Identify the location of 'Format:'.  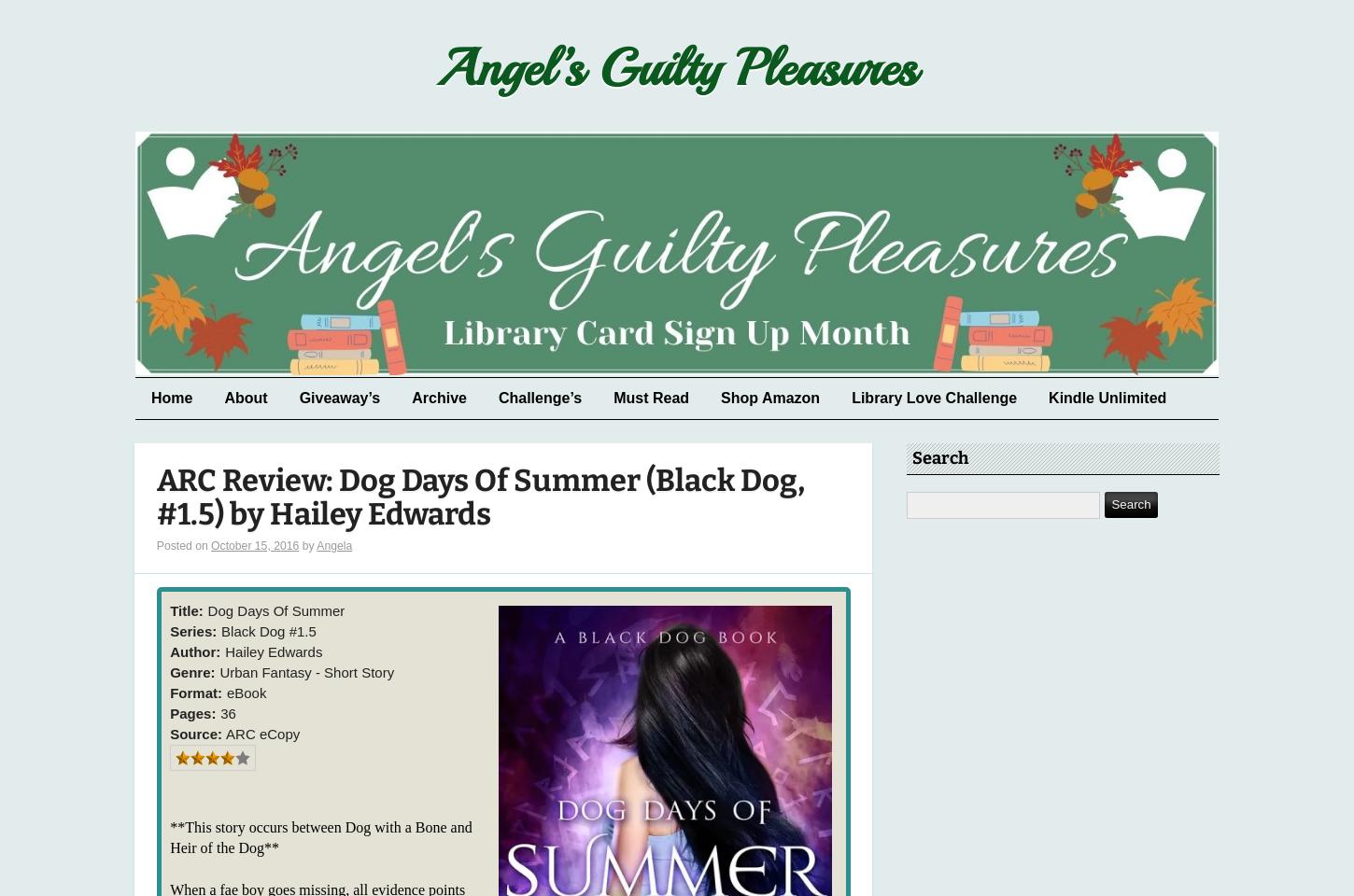
(168, 691).